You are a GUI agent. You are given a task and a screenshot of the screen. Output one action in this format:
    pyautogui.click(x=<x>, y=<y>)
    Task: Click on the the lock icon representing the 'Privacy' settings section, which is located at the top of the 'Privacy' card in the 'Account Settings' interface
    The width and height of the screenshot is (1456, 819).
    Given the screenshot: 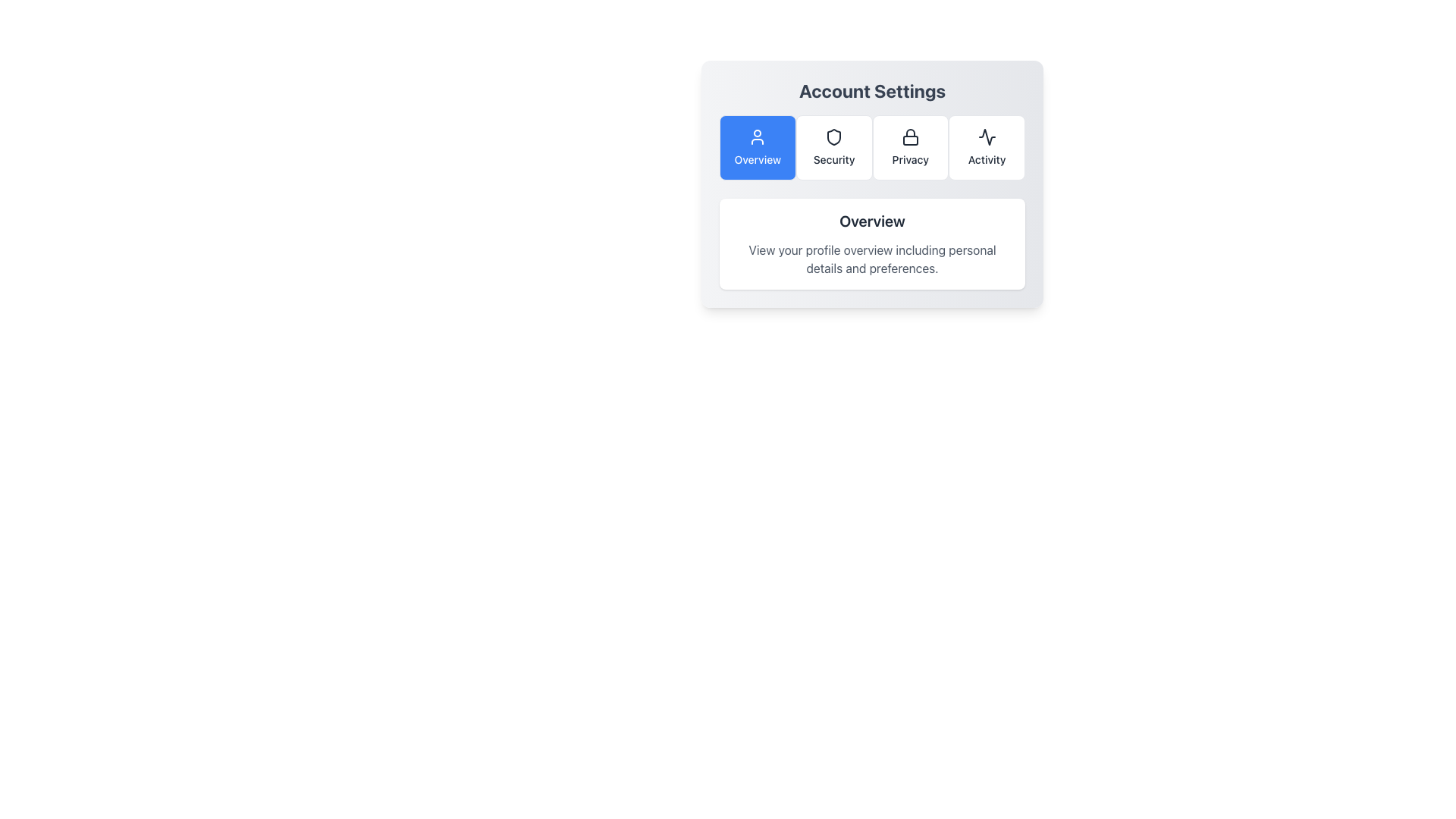 What is the action you would take?
    pyautogui.click(x=910, y=137)
    